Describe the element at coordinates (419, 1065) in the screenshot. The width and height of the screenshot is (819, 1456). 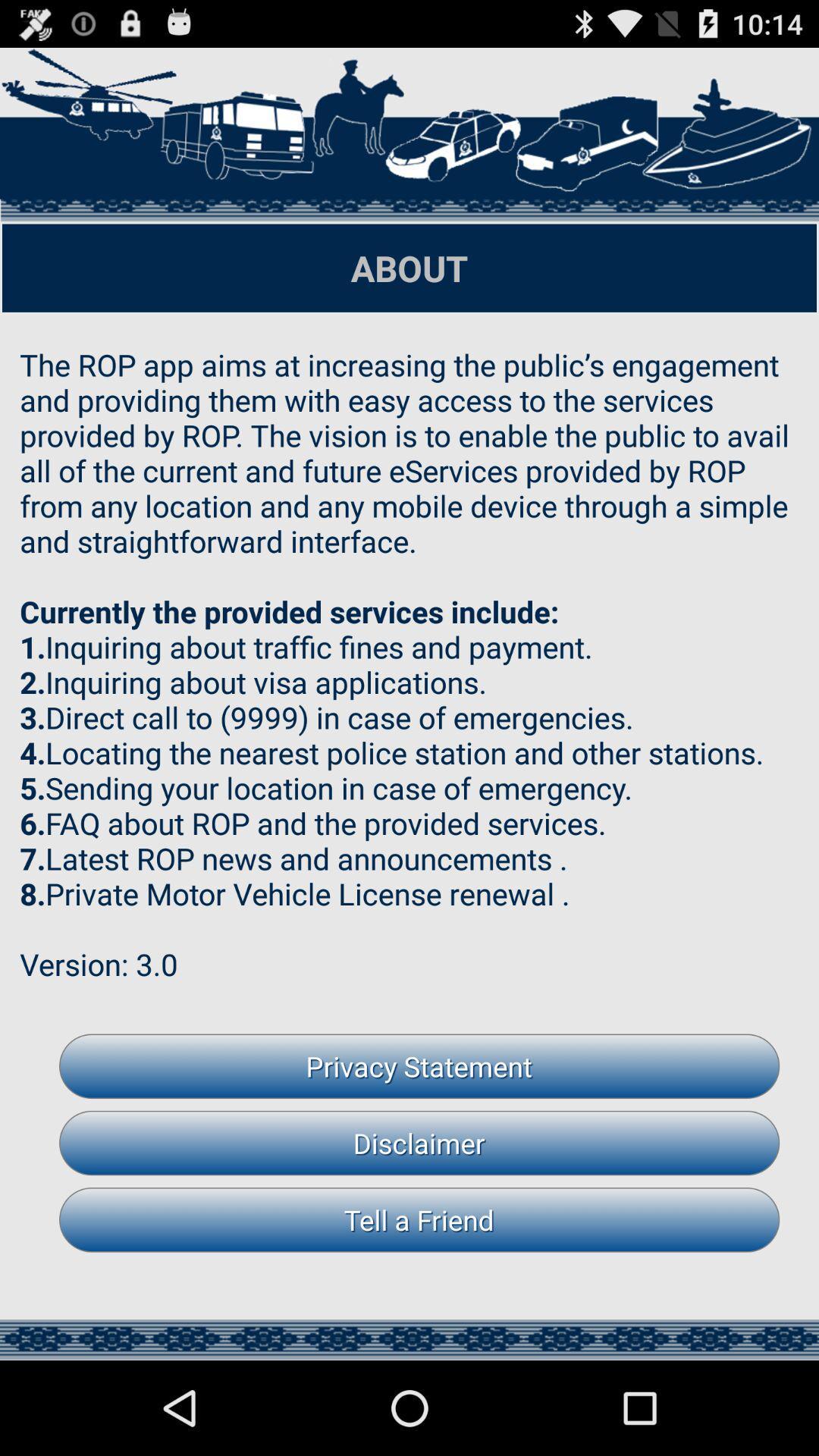
I see `the app below the the rop app` at that location.